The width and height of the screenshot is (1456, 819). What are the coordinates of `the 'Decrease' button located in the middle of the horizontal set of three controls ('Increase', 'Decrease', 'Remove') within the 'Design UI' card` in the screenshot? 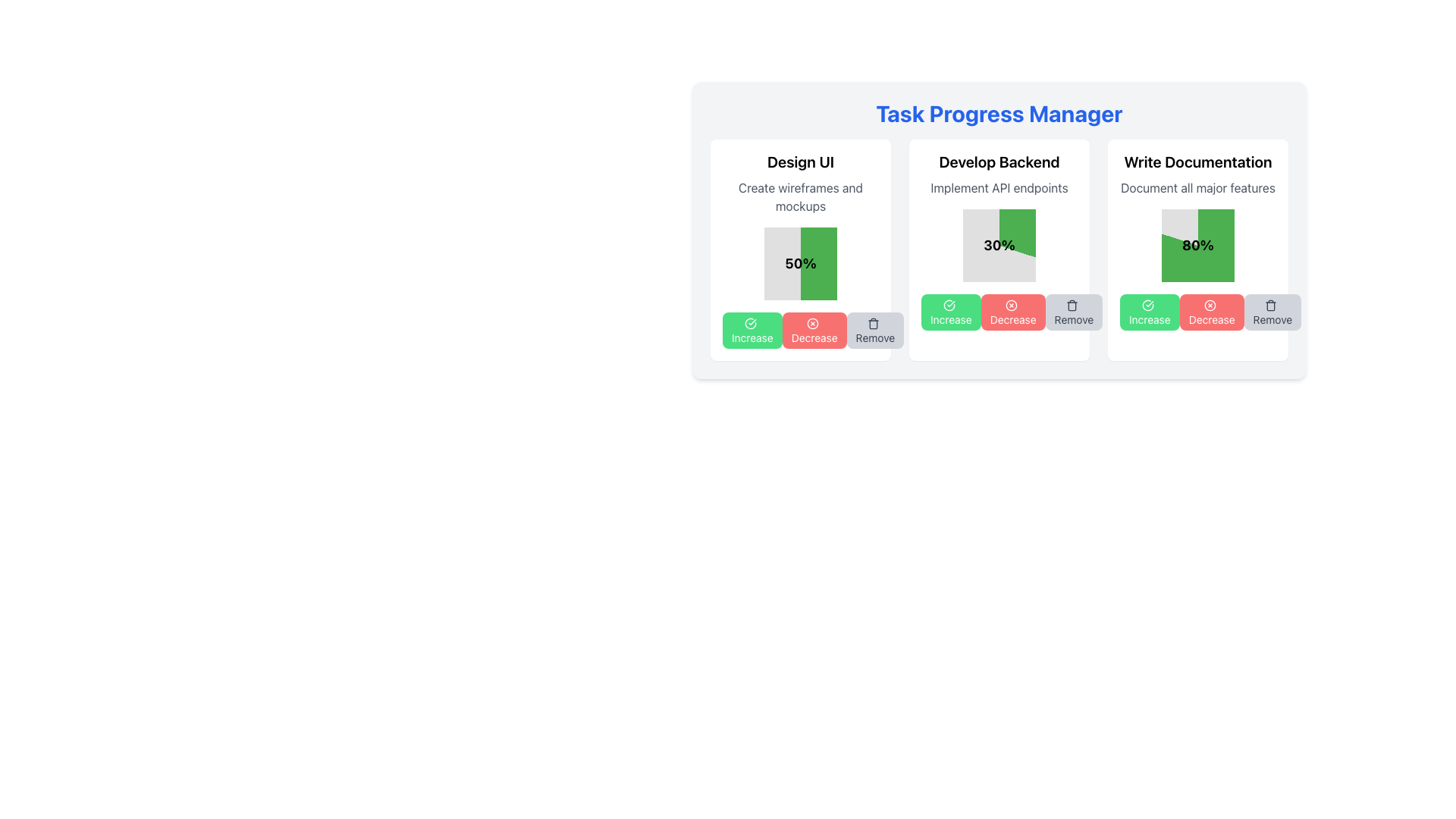 It's located at (800, 329).